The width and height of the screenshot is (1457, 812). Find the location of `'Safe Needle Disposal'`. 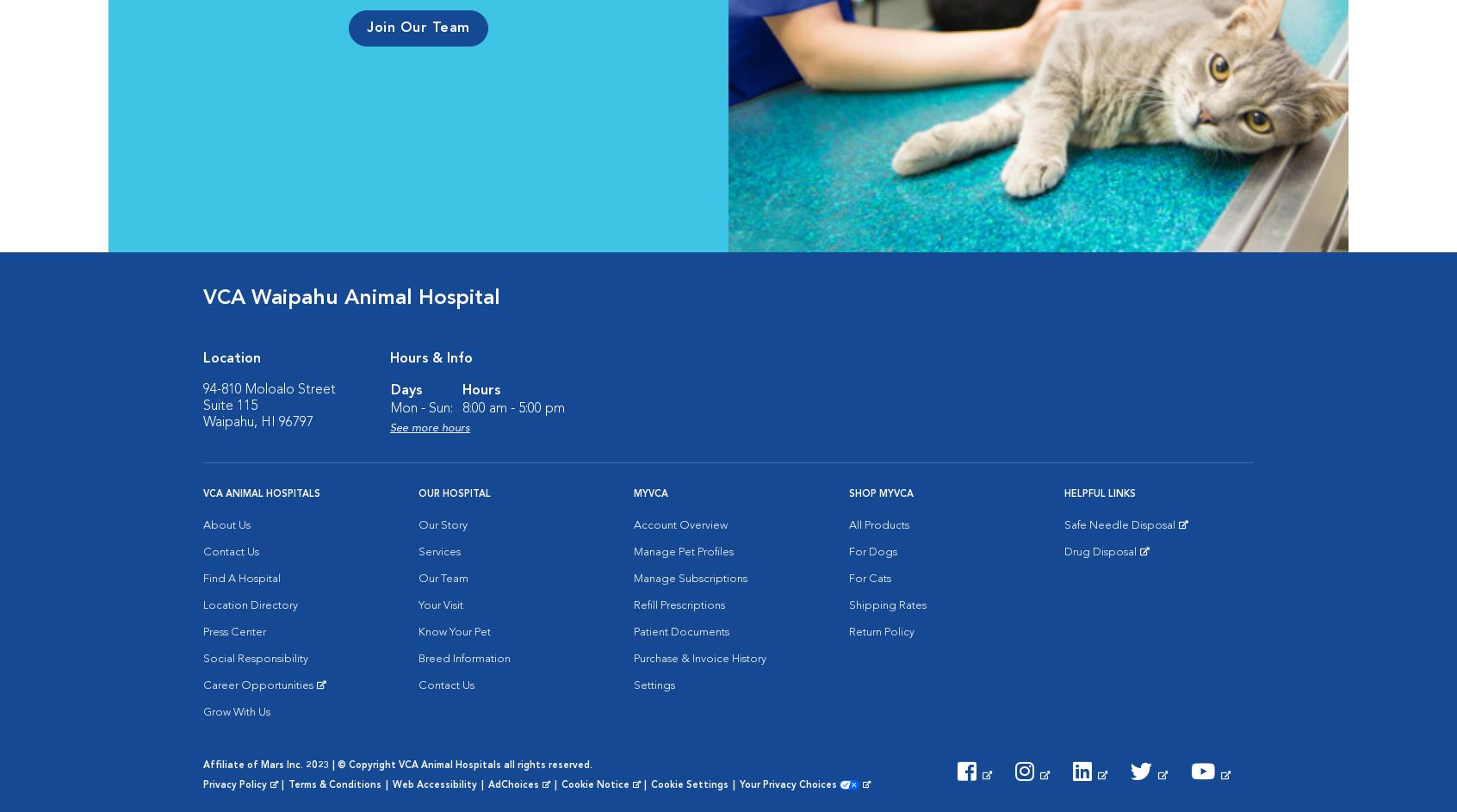

'Safe Needle Disposal' is located at coordinates (1119, 524).